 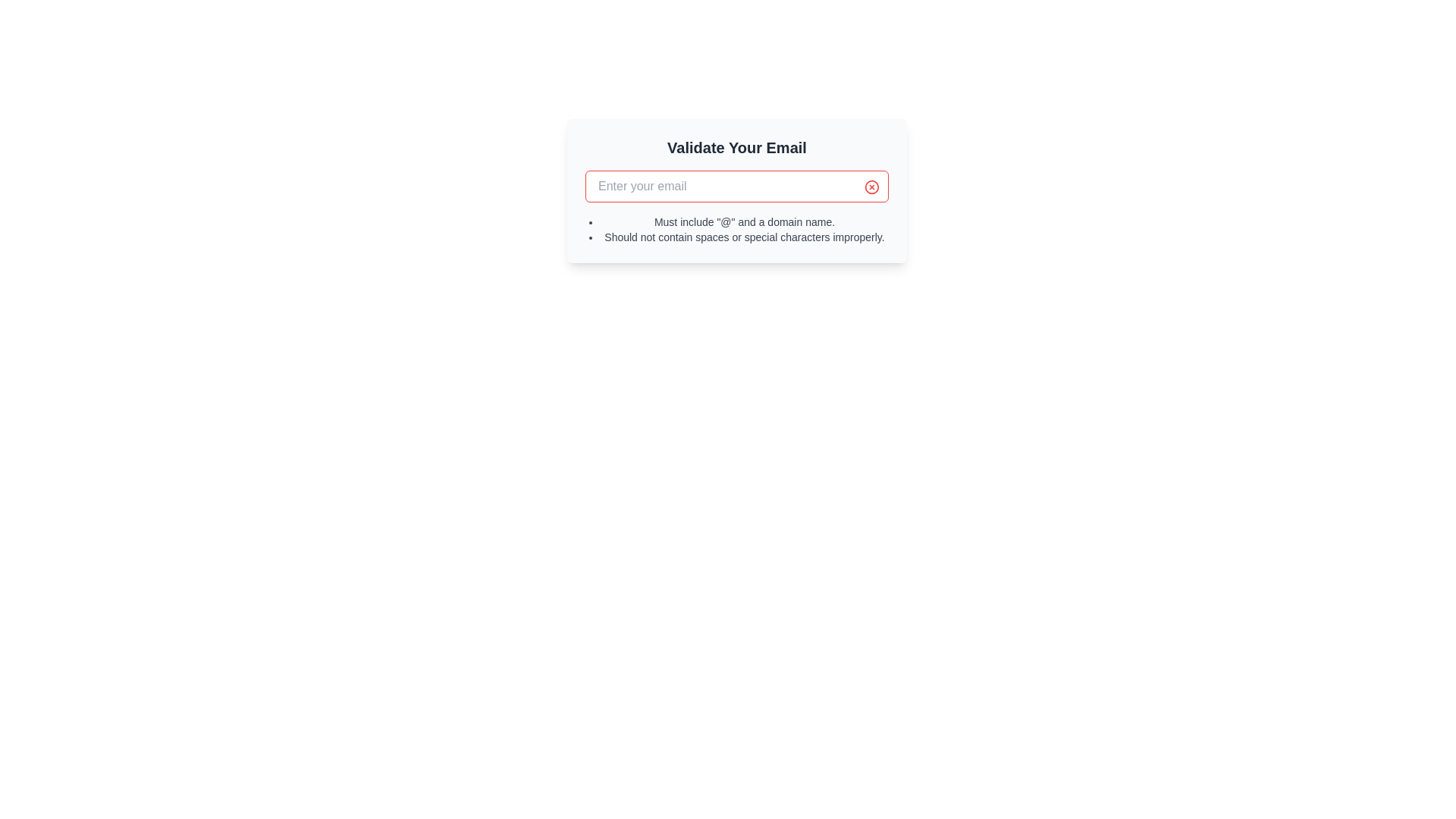 I want to click on the clear icon button located at the top-right corner of the email input field to clear its content, so click(x=872, y=186).